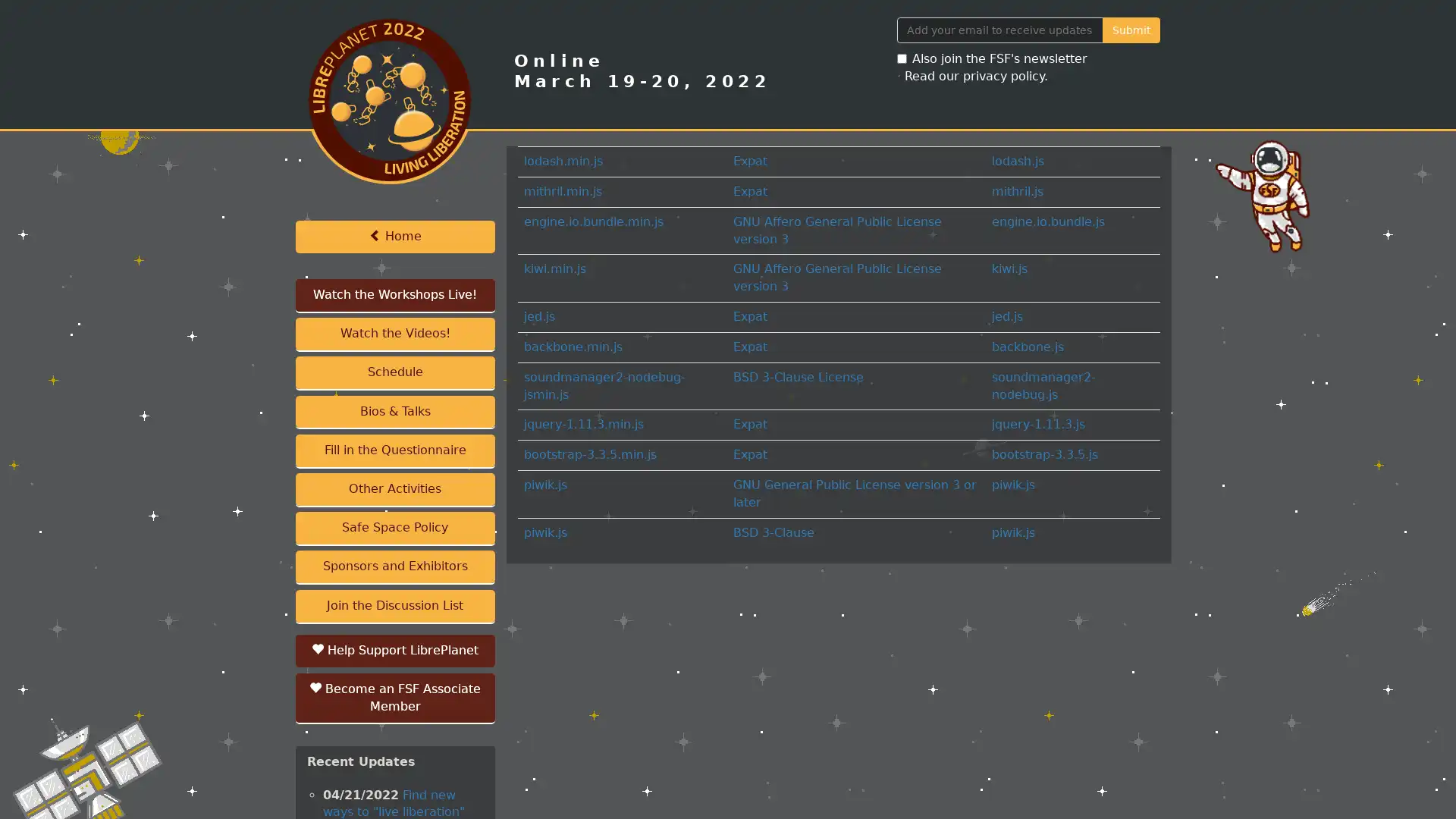 The image size is (1456, 819). I want to click on Submit, so click(1131, 29).